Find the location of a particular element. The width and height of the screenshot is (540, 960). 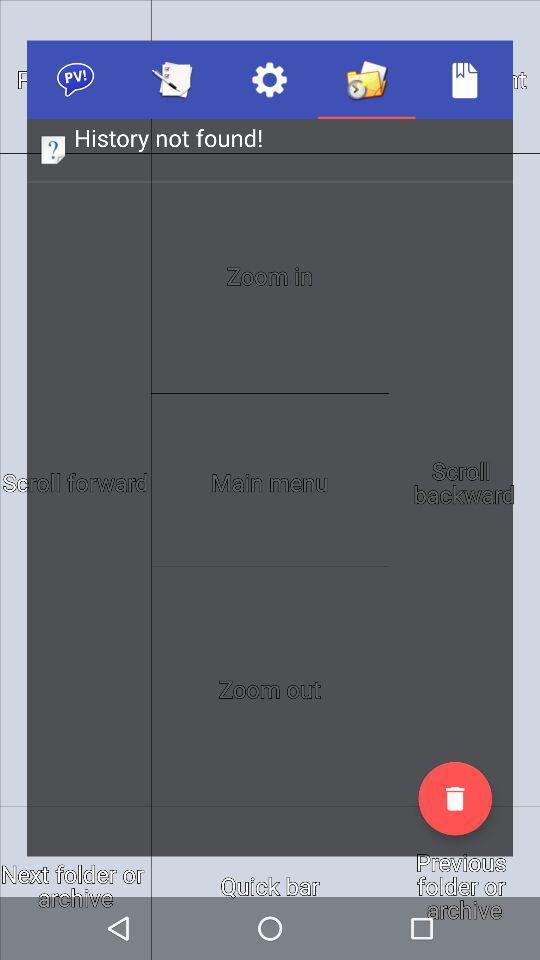

delete is located at coordinates (455, 798).